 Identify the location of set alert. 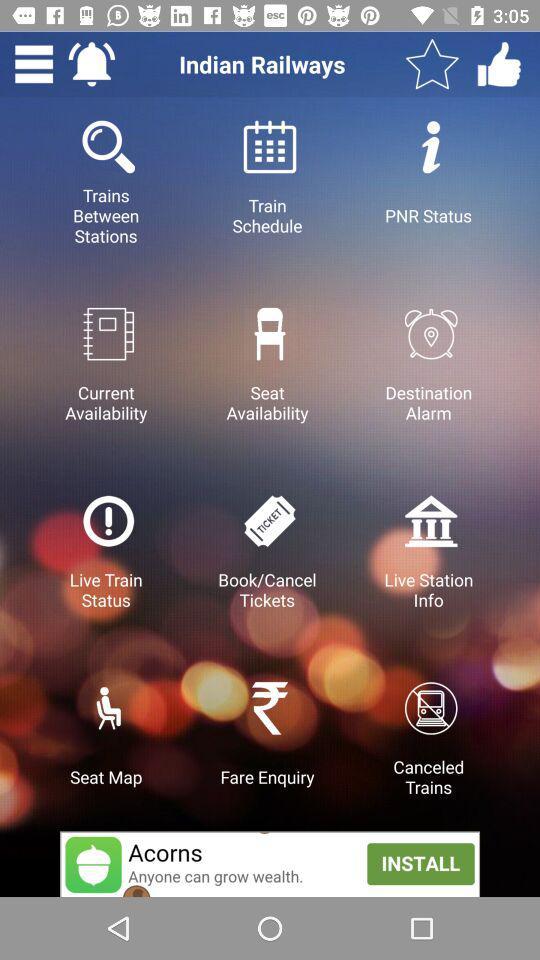
(90, 64).